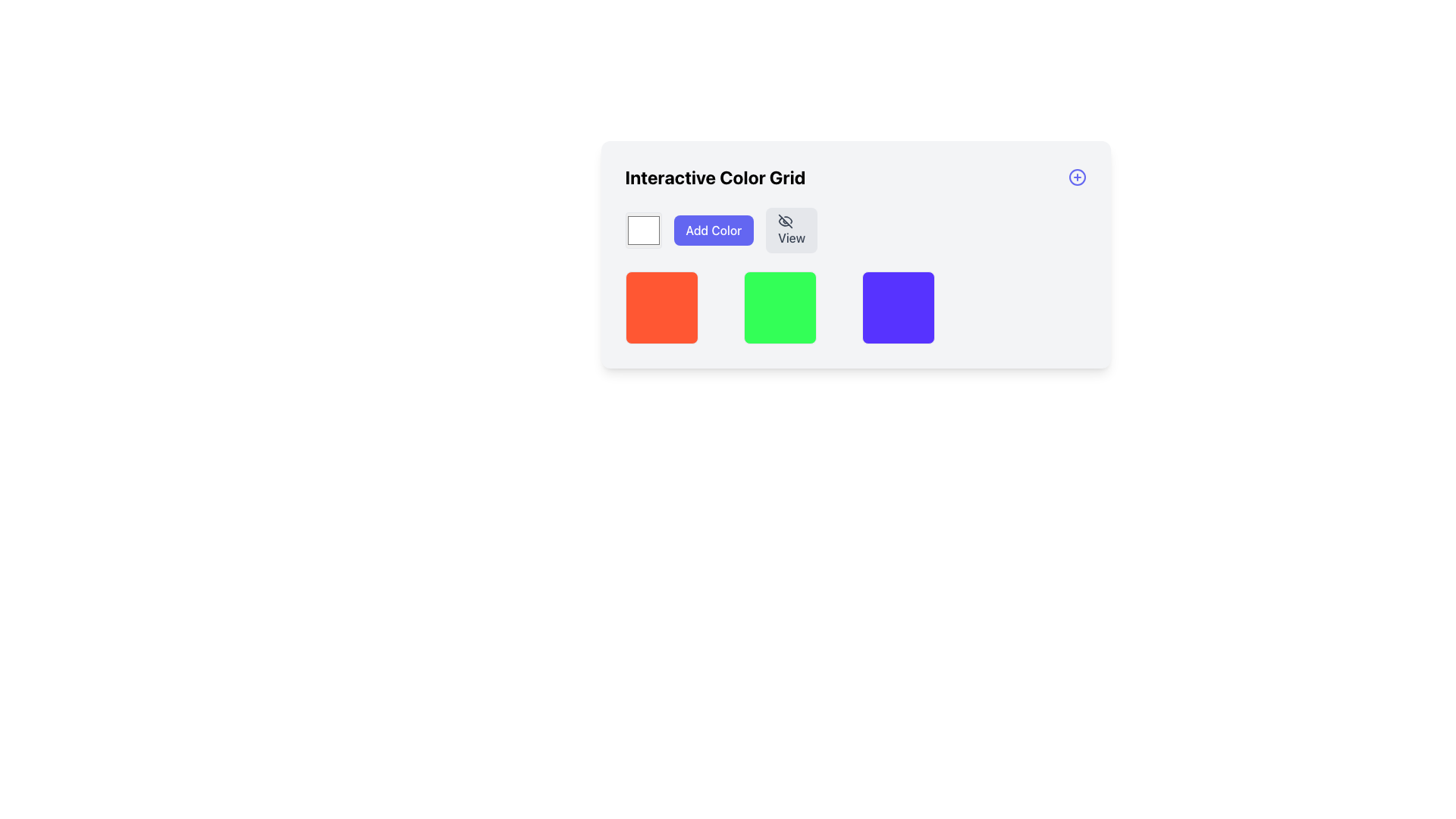 This screenshot has height=819, width=1456. What do you see at coordinates (791, 231) in the screenshot?
I see `the button located beneath the title 'Interactive Color Grid', which is positioned to the right of the 'Add Color' button and to the left of three colored square items` at bounding box center [791, 231].